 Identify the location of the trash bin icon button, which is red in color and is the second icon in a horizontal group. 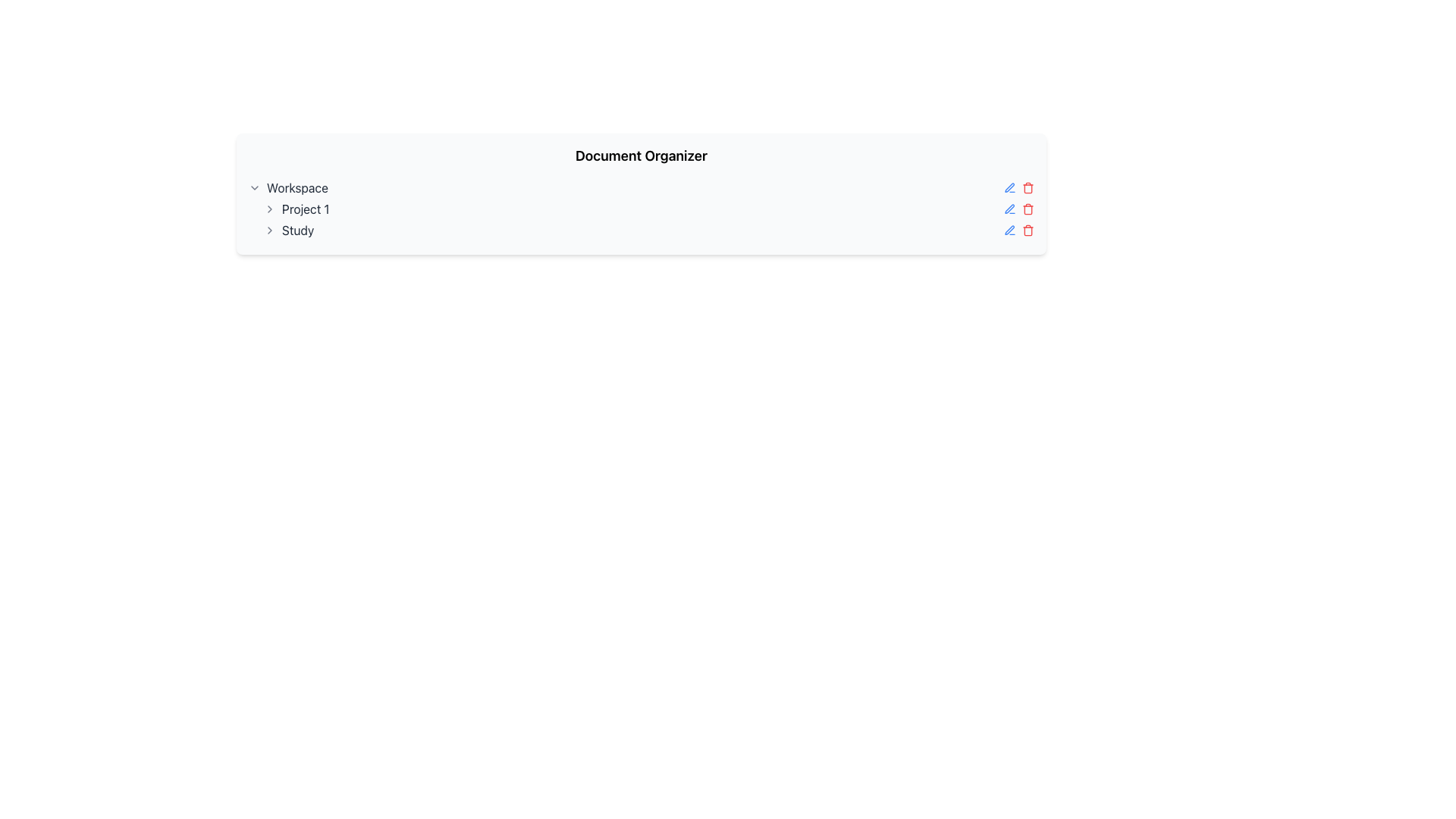
(1028, 209).